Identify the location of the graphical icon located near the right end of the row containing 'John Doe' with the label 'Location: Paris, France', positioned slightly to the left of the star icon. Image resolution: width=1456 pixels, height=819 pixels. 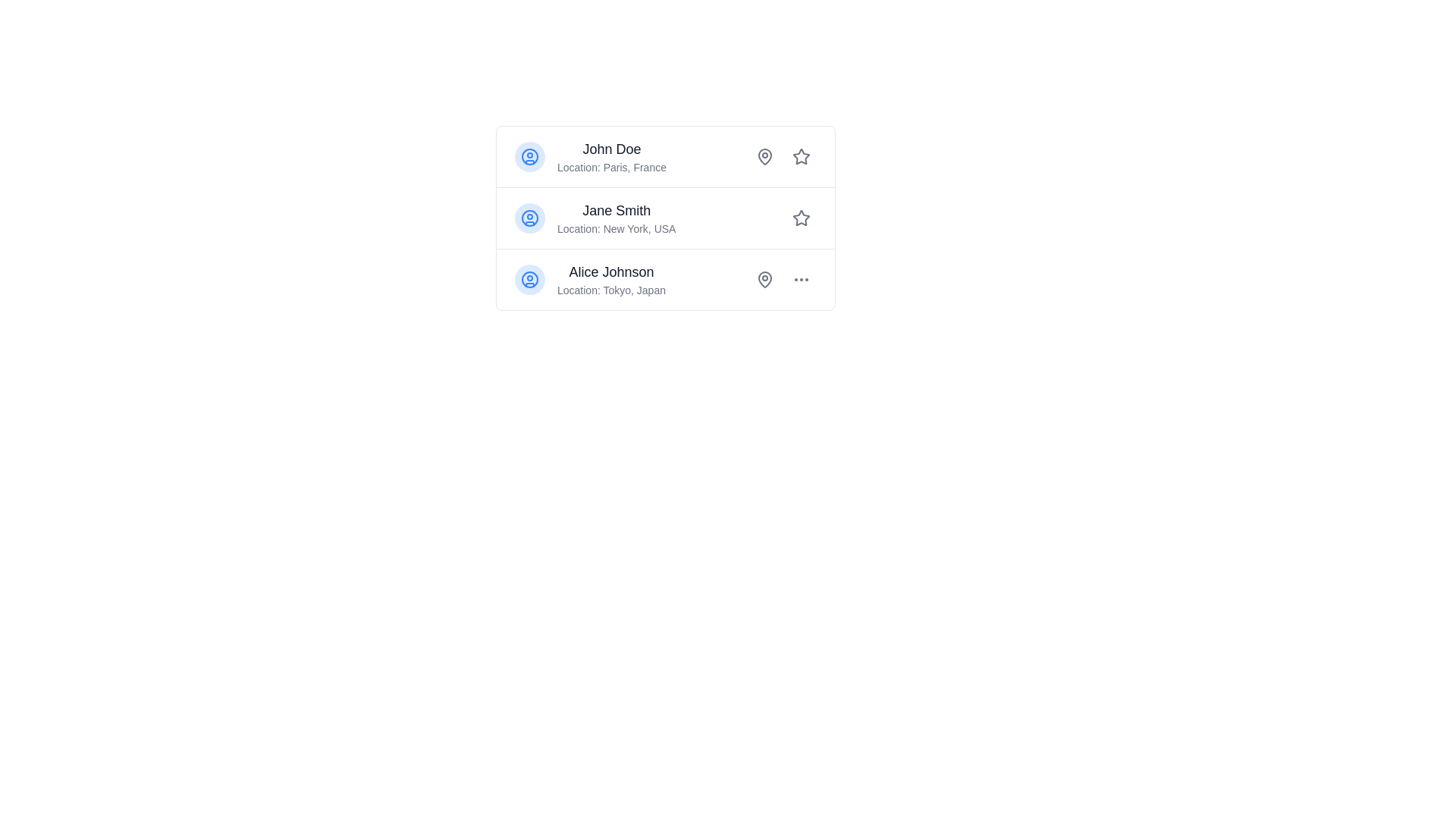
(764, 155).